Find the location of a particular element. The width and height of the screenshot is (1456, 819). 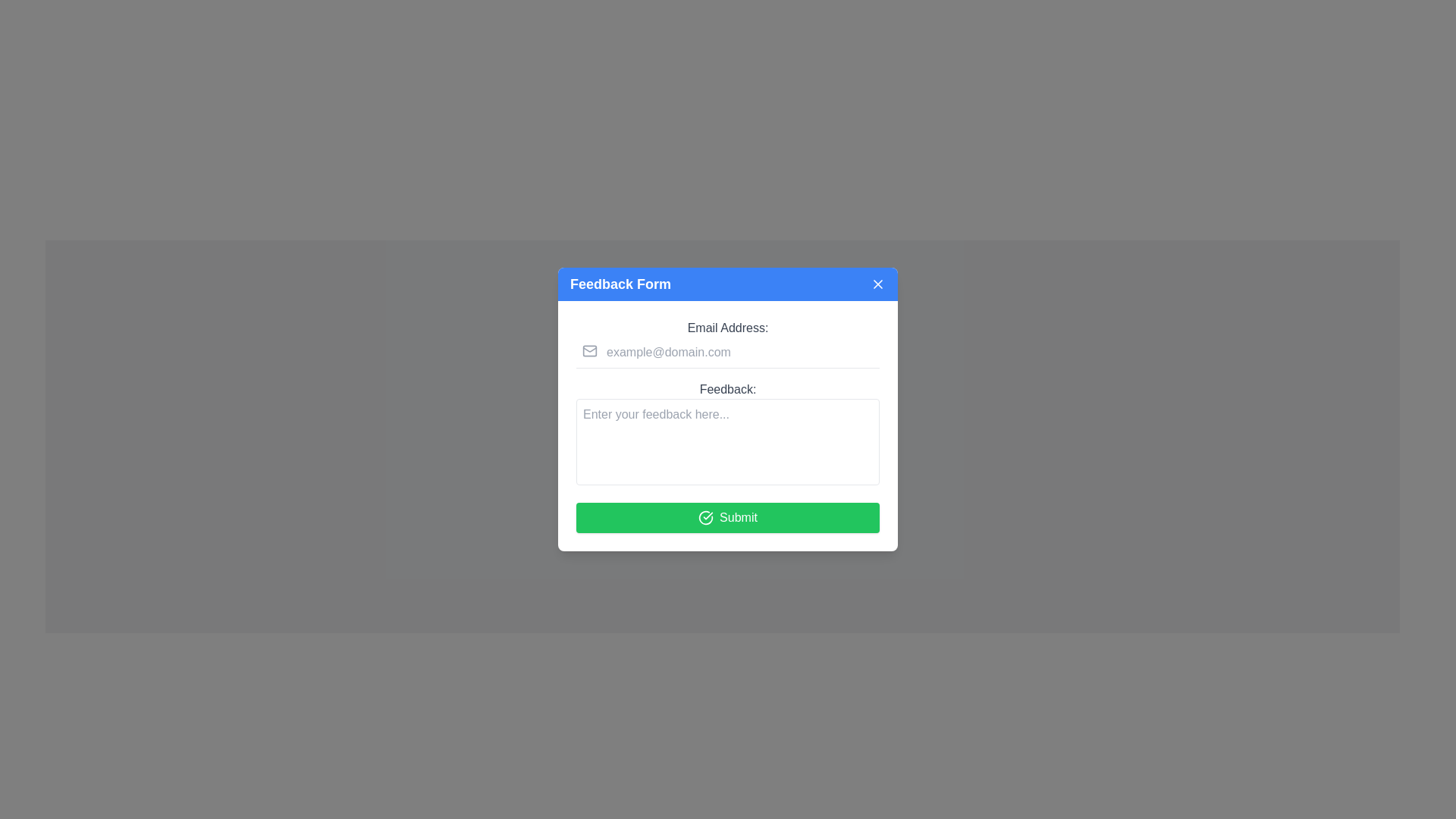

the 'Submit' button by clicking on the confirmation icon located at the top left corner inside the button is located at coordinates (705, 516).